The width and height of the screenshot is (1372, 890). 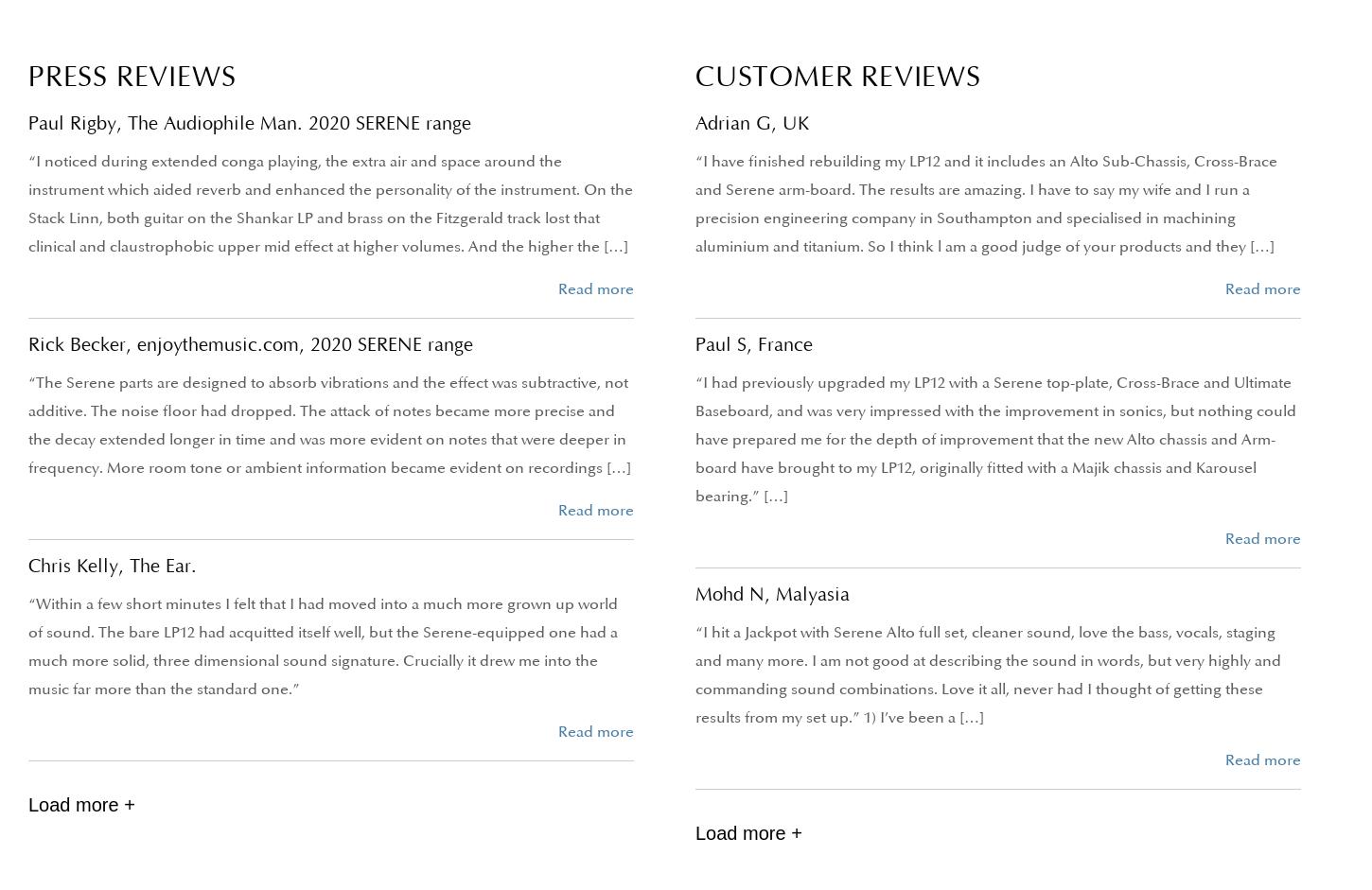 I want to click on '“I had previously upgraded my LP12 with a Serene top-plate, Cross-Brace and Ultimate Baseboard, and was very impressed with the improvement in sonics, but nothing could have prepared me for the depth of improvement that the new Alto chassis and Arm-board have brought to my LP12, originally fitted with a Majik chassis and Karousel bearing.” […]', so click(x=695, y=440).